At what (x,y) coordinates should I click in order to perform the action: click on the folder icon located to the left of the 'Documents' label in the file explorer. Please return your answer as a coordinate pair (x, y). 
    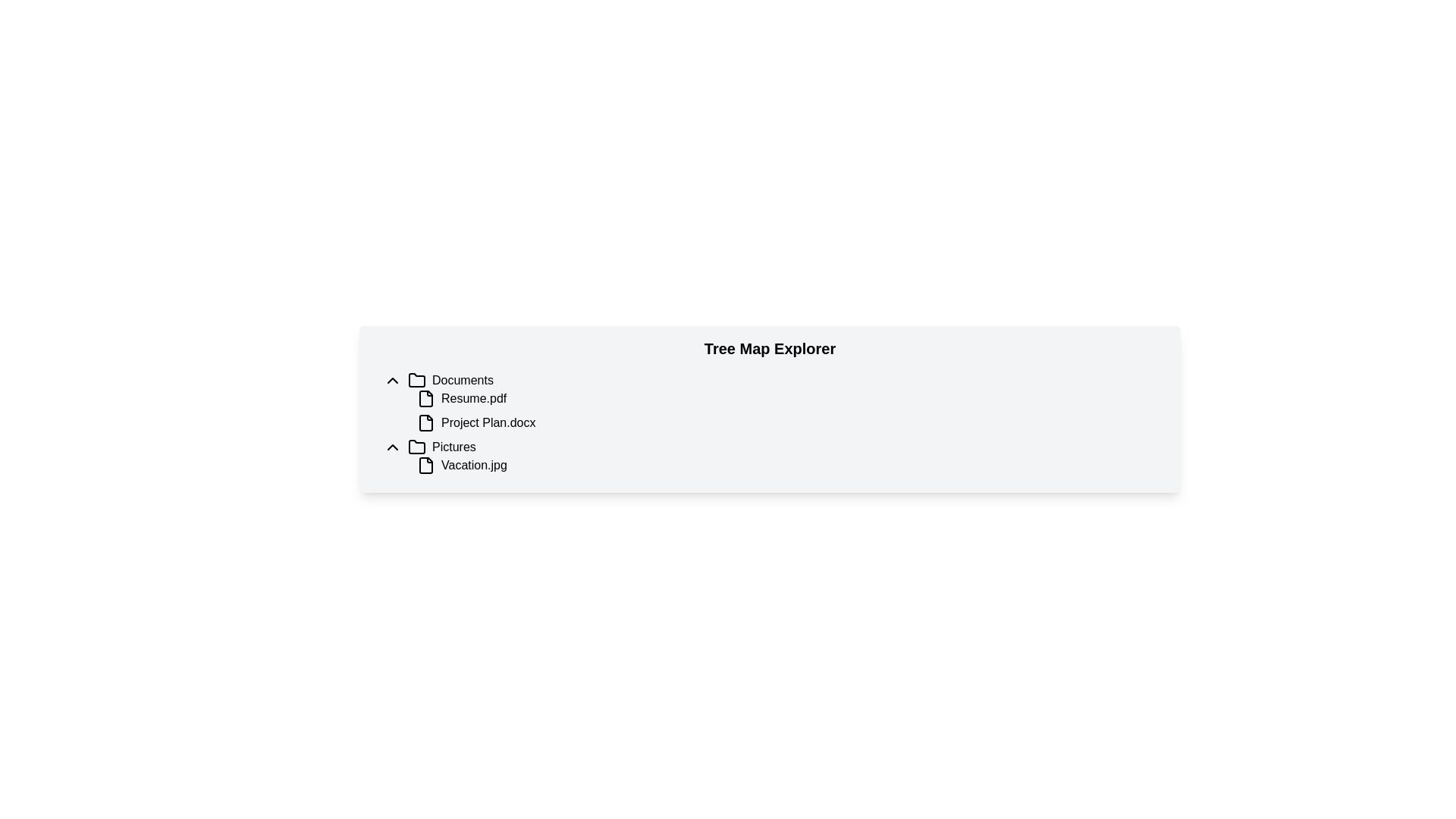
    Looking at the image, I should click on (417, 379).